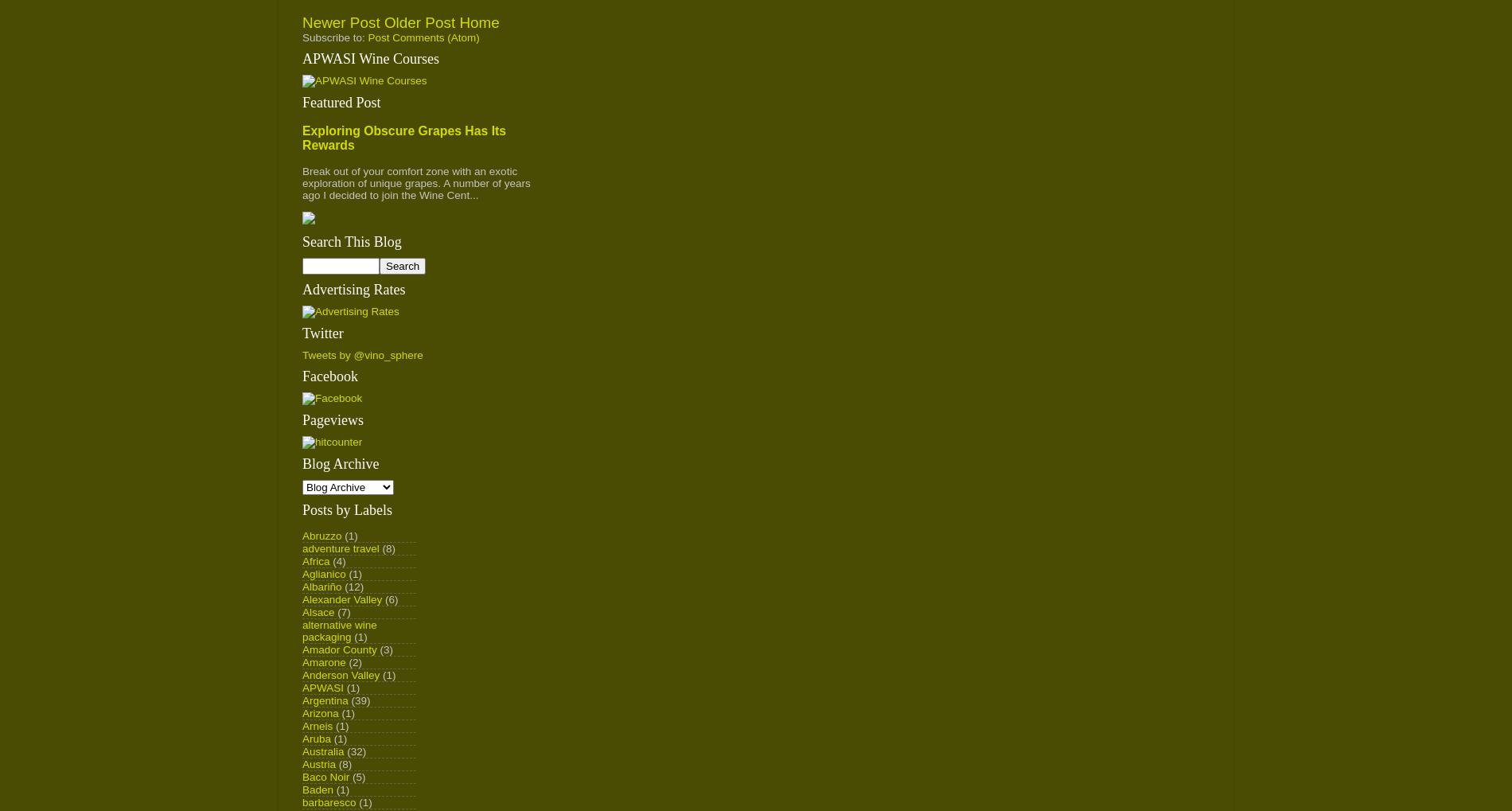 The width and height of the screenshot is (1512, 811). What do you see at coordinates (314, 560) in the screenshot?
I see `'Africa'` at bounding box center [314, 560].